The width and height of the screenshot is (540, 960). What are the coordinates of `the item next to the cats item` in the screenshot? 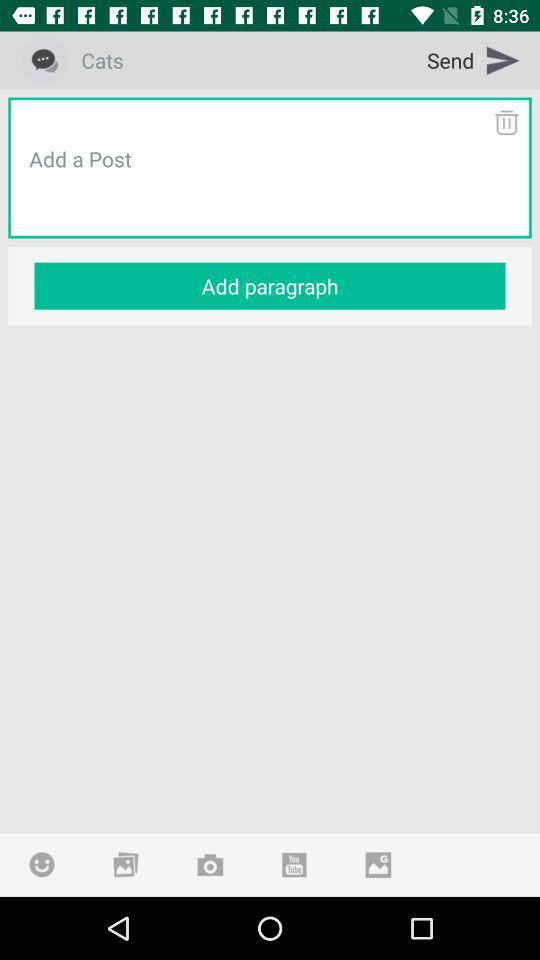 It's located at (473, 59).